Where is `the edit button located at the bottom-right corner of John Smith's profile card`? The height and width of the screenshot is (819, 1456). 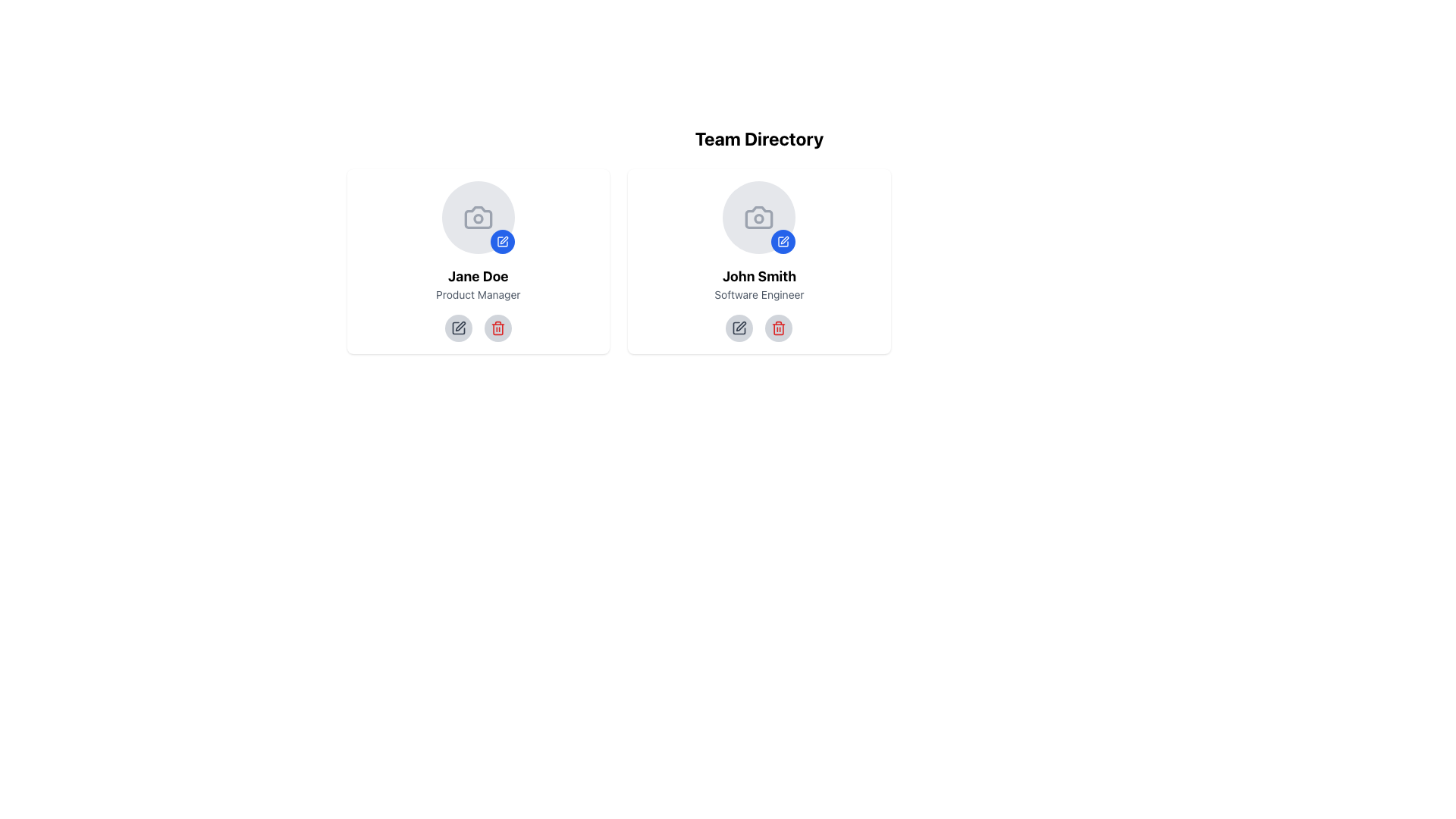
the edit button located at the bottom-right corner of John Smith's profile card is located at coordinates (783, 241).